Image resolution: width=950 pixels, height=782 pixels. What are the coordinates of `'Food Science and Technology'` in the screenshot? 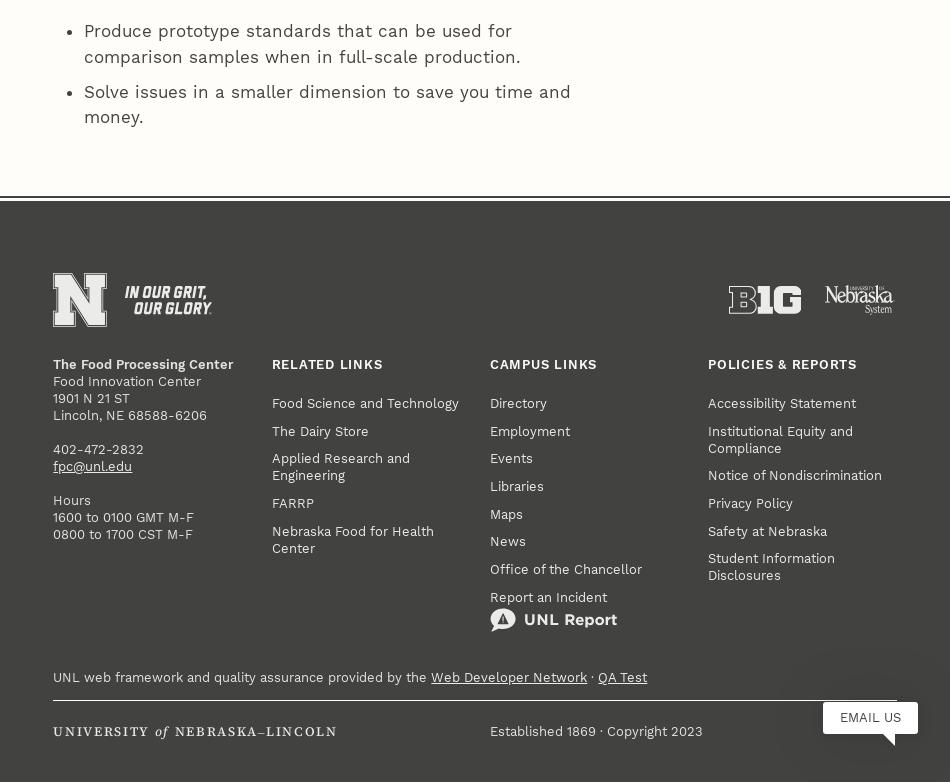 It's located at (363, 88).